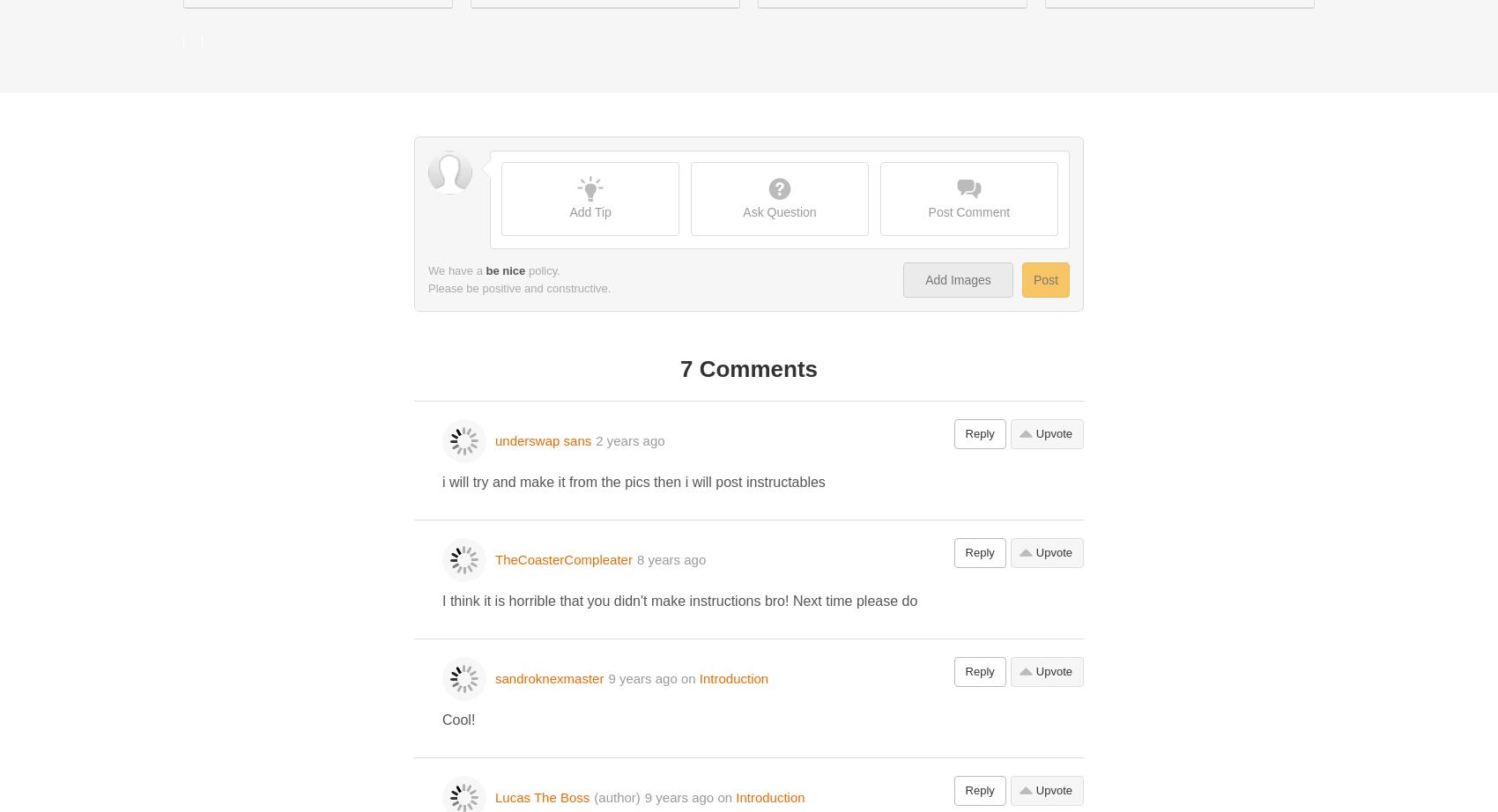 The image size is (1498, 812). What do you see at coordinates (541, 796) in the screenshot?
I see `'Lucas The Boss'` at bounding box center [541, 796].